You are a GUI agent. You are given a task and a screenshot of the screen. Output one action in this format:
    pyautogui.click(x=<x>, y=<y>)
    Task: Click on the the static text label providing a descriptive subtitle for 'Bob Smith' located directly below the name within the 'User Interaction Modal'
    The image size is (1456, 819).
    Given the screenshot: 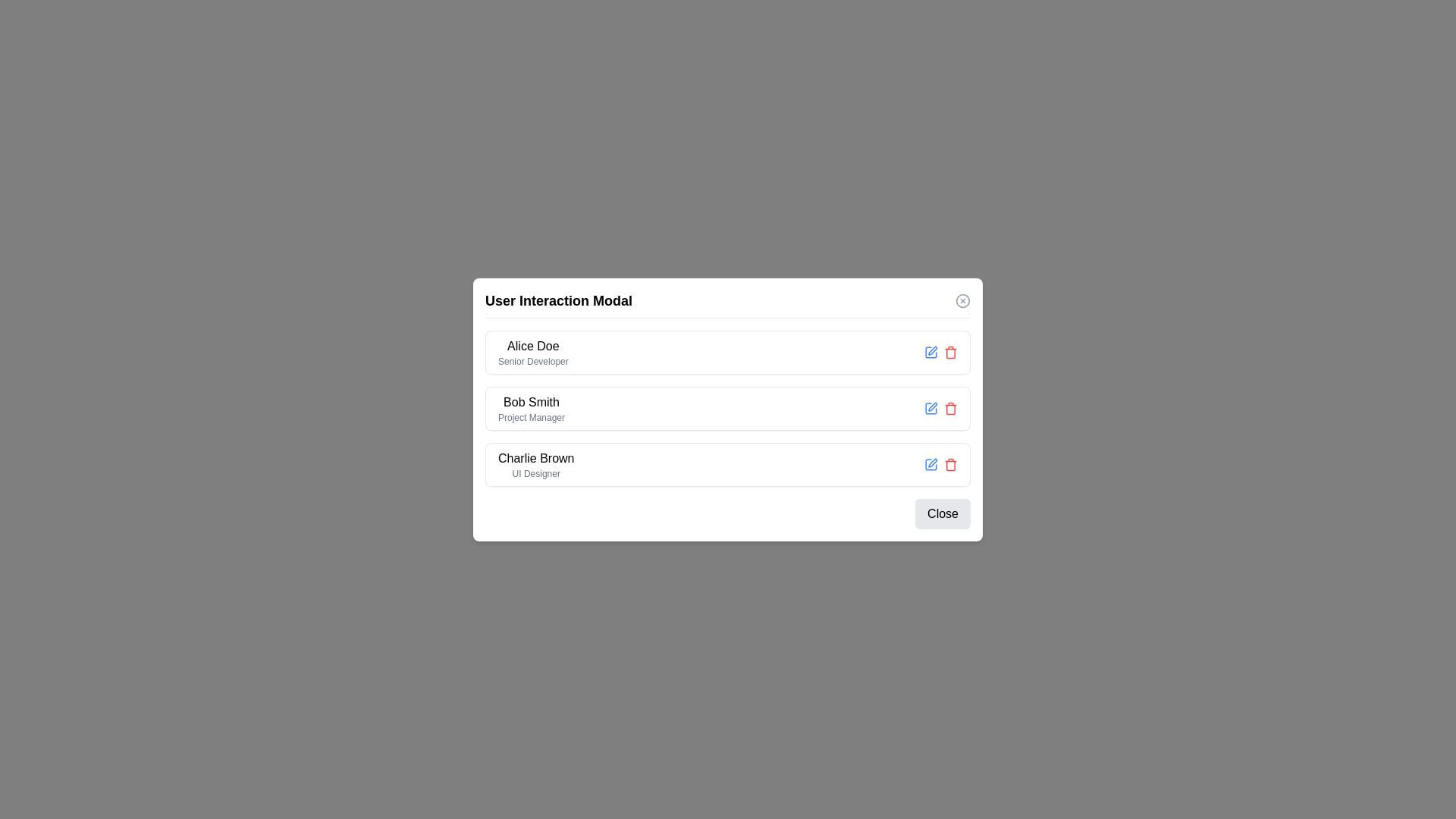 What is the action you would take?
    pyautogui.click(x=531, y=417)
    